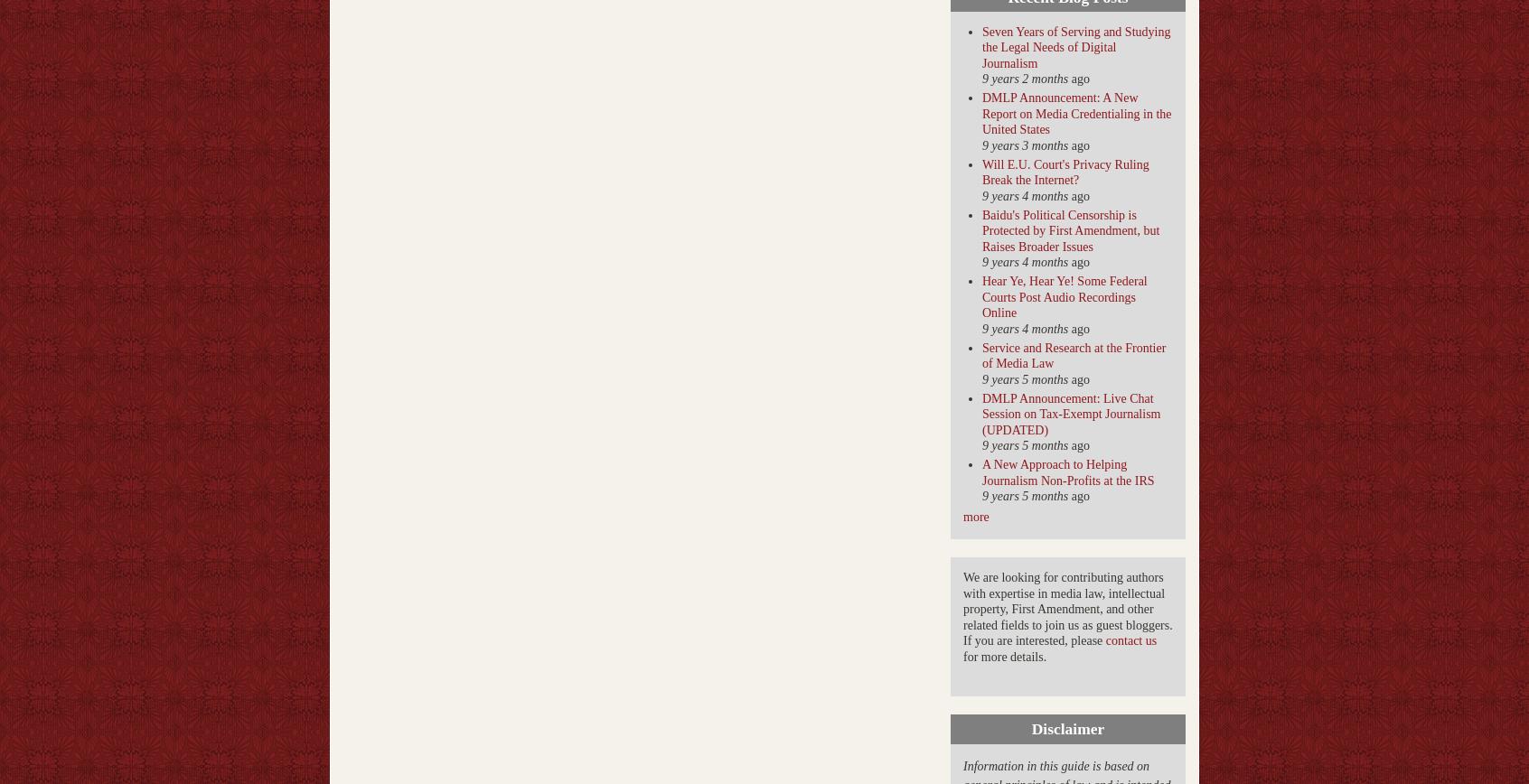  Describe the element at coordinates (1066, 609) in the screenshot. I see `'We are looking for contributing authors with expertise in media law, intellectual property, First Amendment, and other related fields to join us as guest bloggers. If you are interested, please'` at that location.